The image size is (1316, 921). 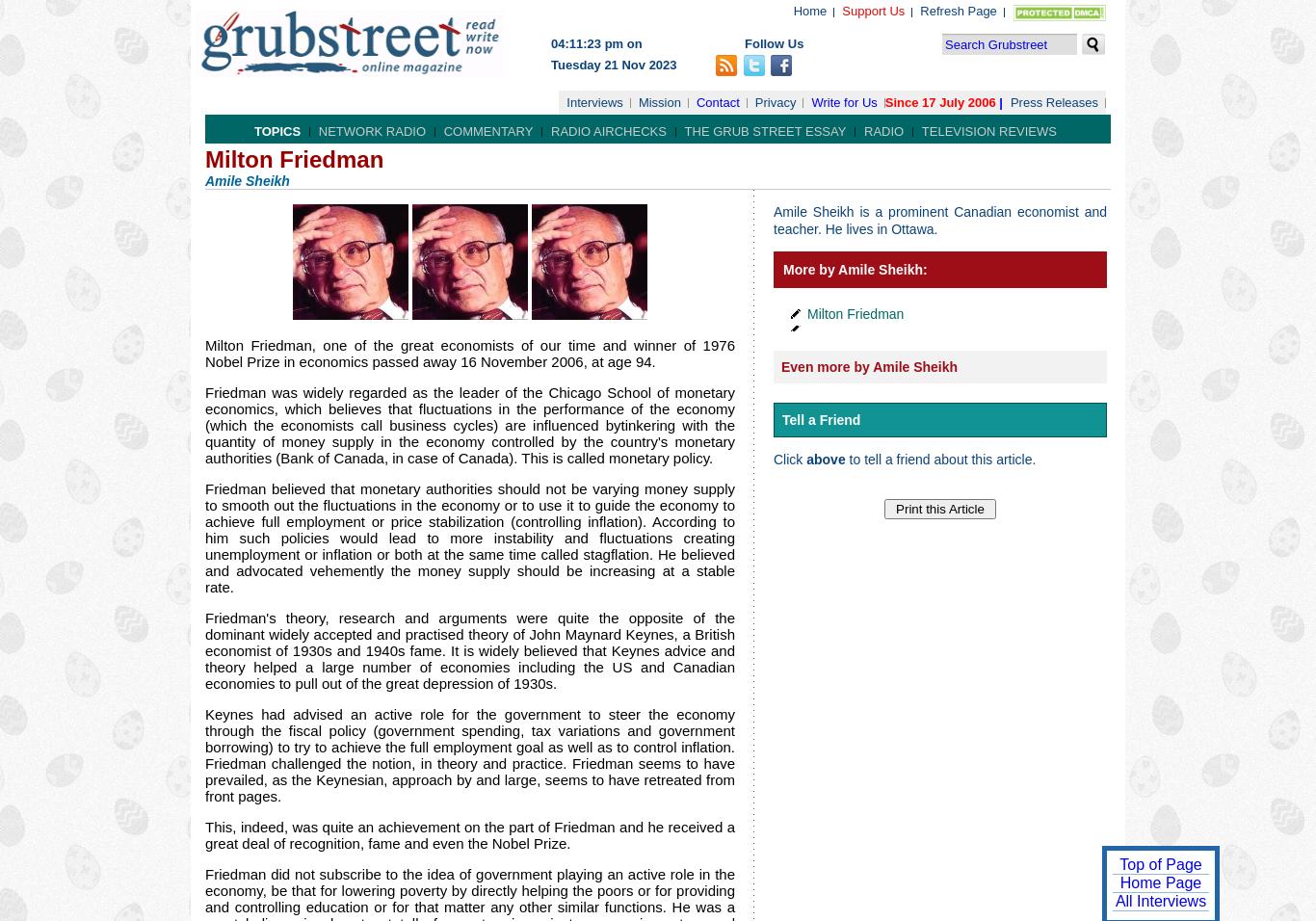 What do you see at coordinates (1160, 882) in the screenshot?
I see `'Home Page'` at bounding box center [1160, 882].